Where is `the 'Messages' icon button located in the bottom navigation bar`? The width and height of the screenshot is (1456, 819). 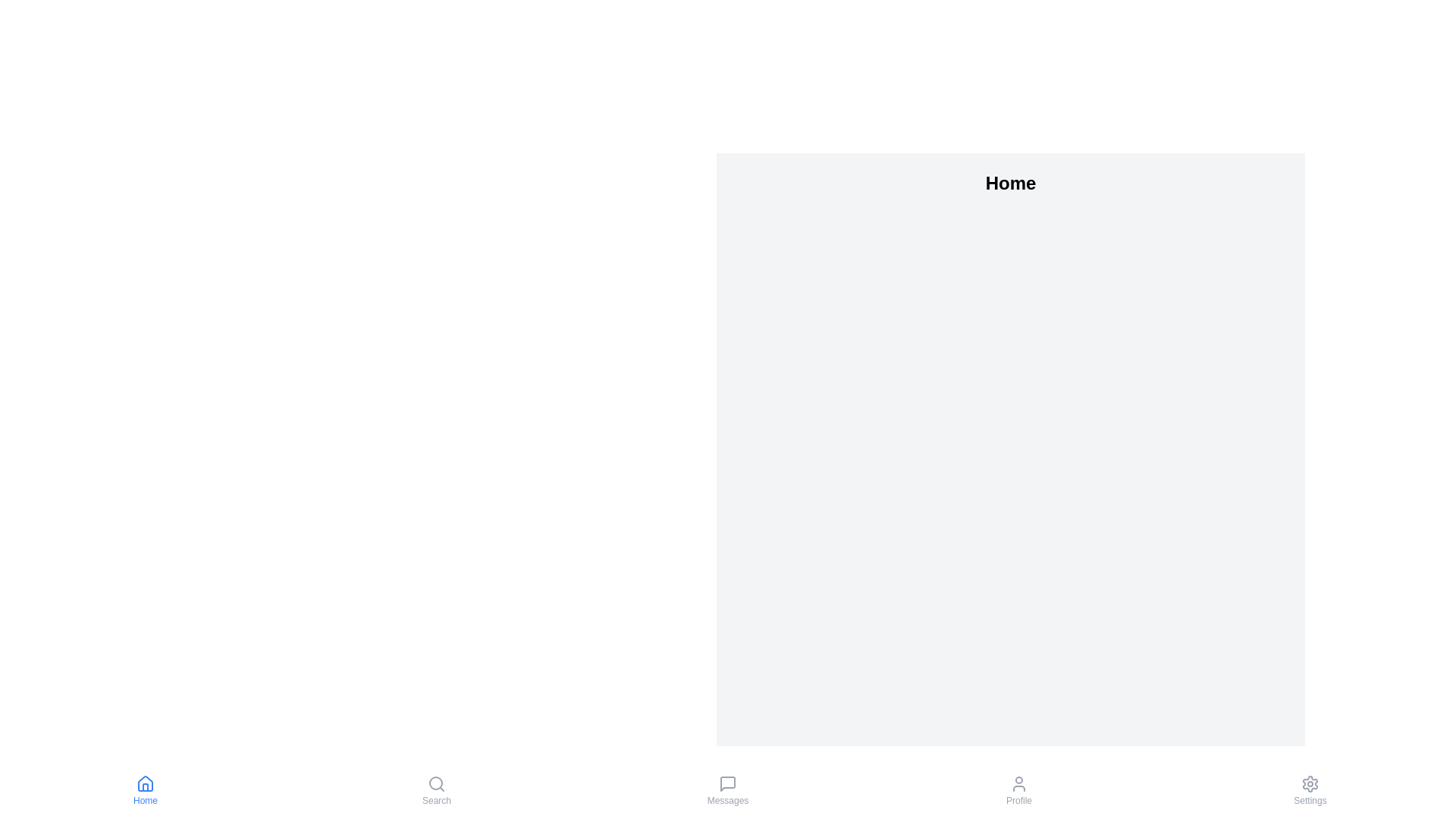
the 'Messages' icon button located in the bottom navigation bar is located at coordinates (728, 783).